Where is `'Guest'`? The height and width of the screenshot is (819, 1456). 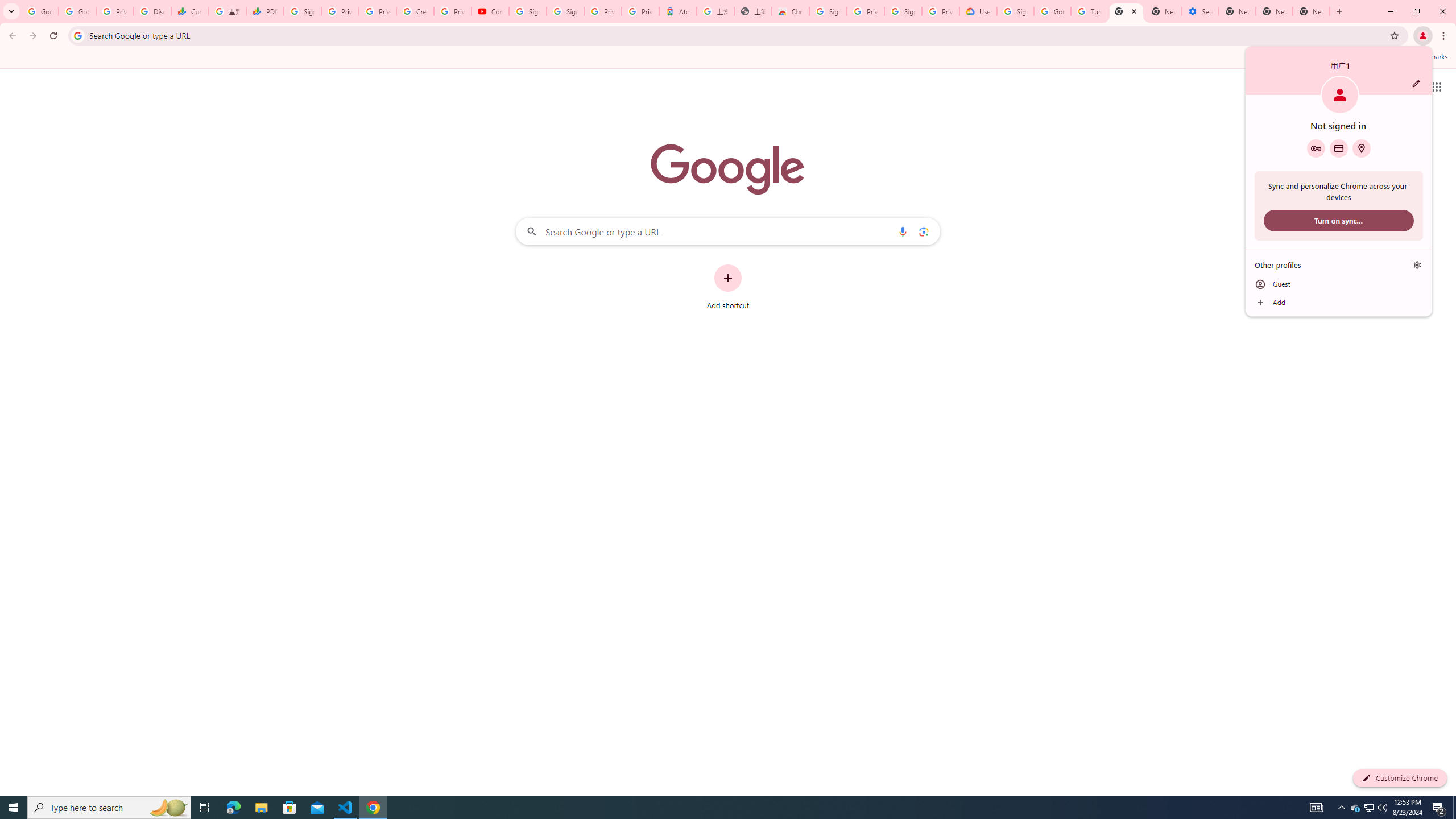 'Guest' is located at coordinates (1338, 283).